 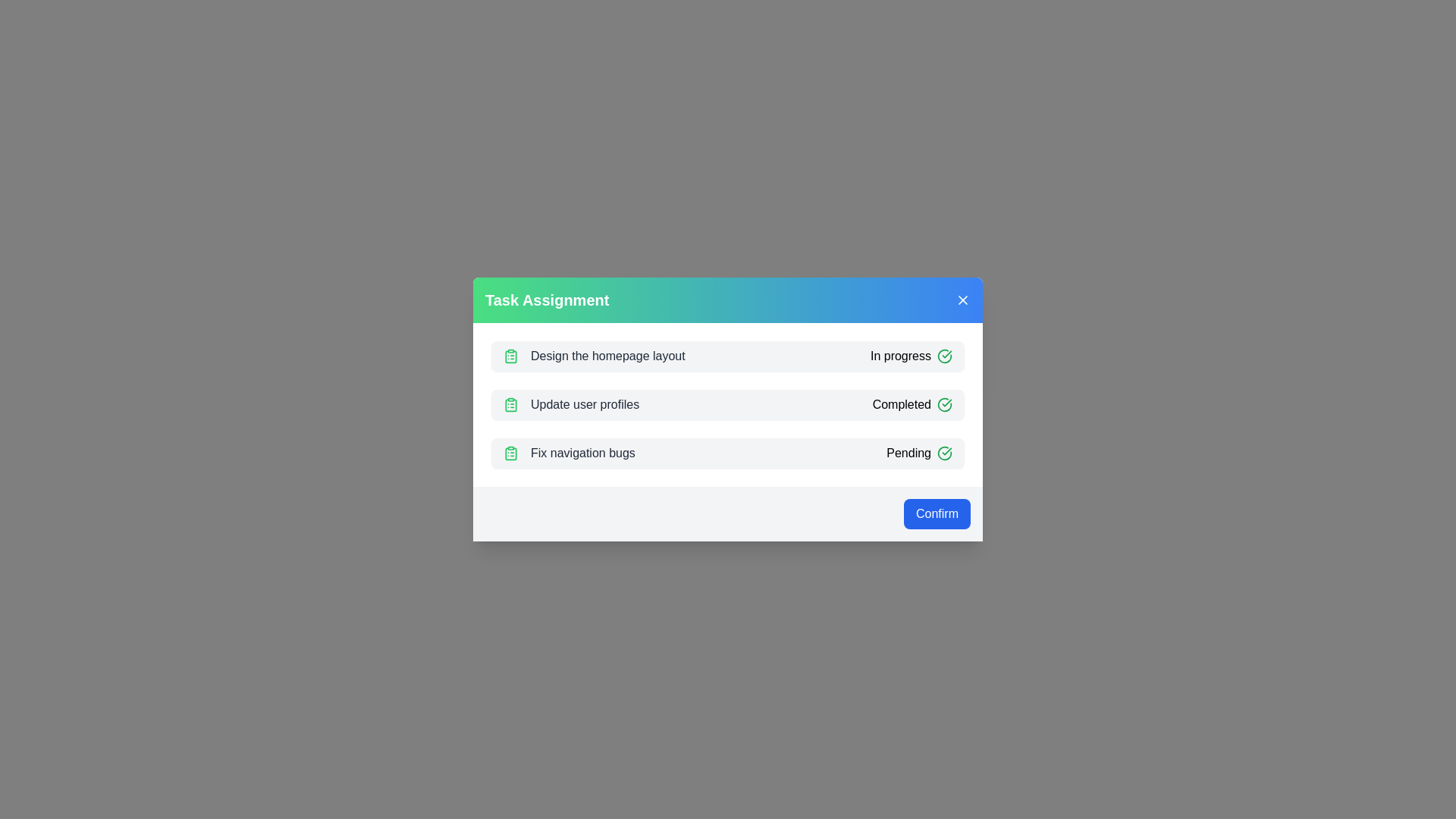 What do you see at coordinates (936, 513) in the screenshot?
I see `the confirm button located in the bottom-right corner of the 'Task Assignment' modal` at bounding box center [936, 513].